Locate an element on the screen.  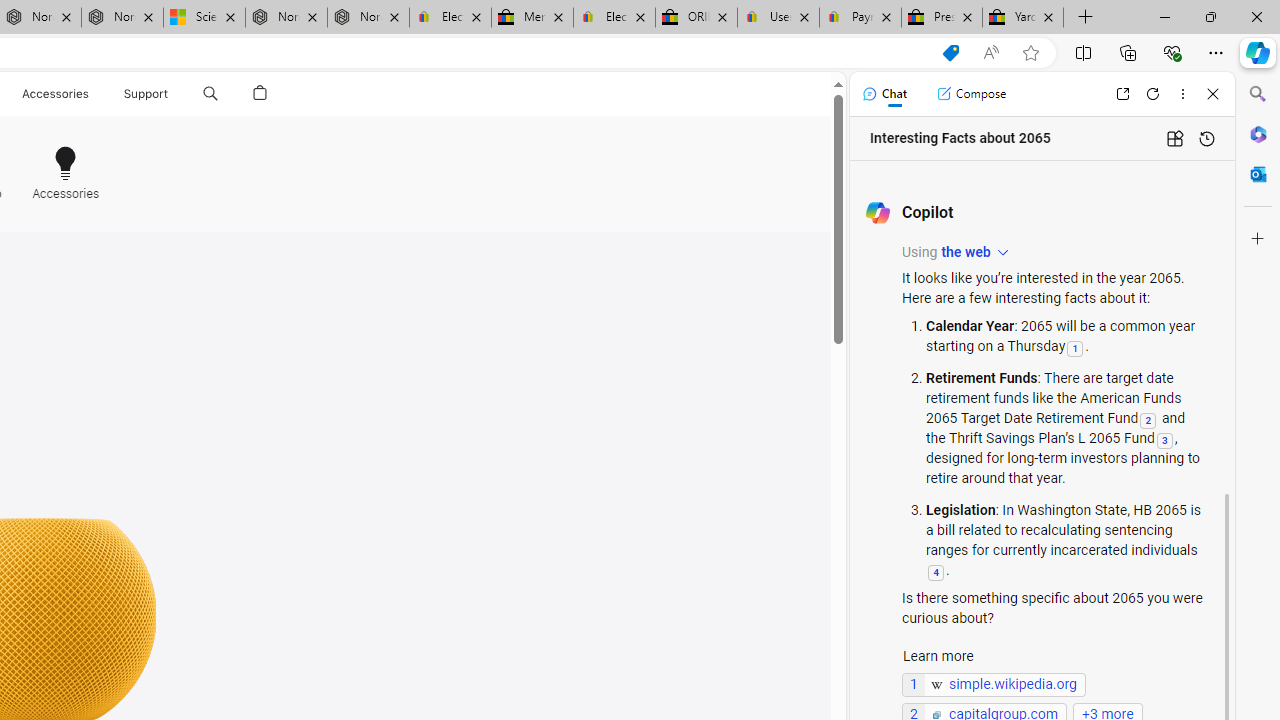
'User Privacy Notice | eBay' is located at coordinates (777, 17).